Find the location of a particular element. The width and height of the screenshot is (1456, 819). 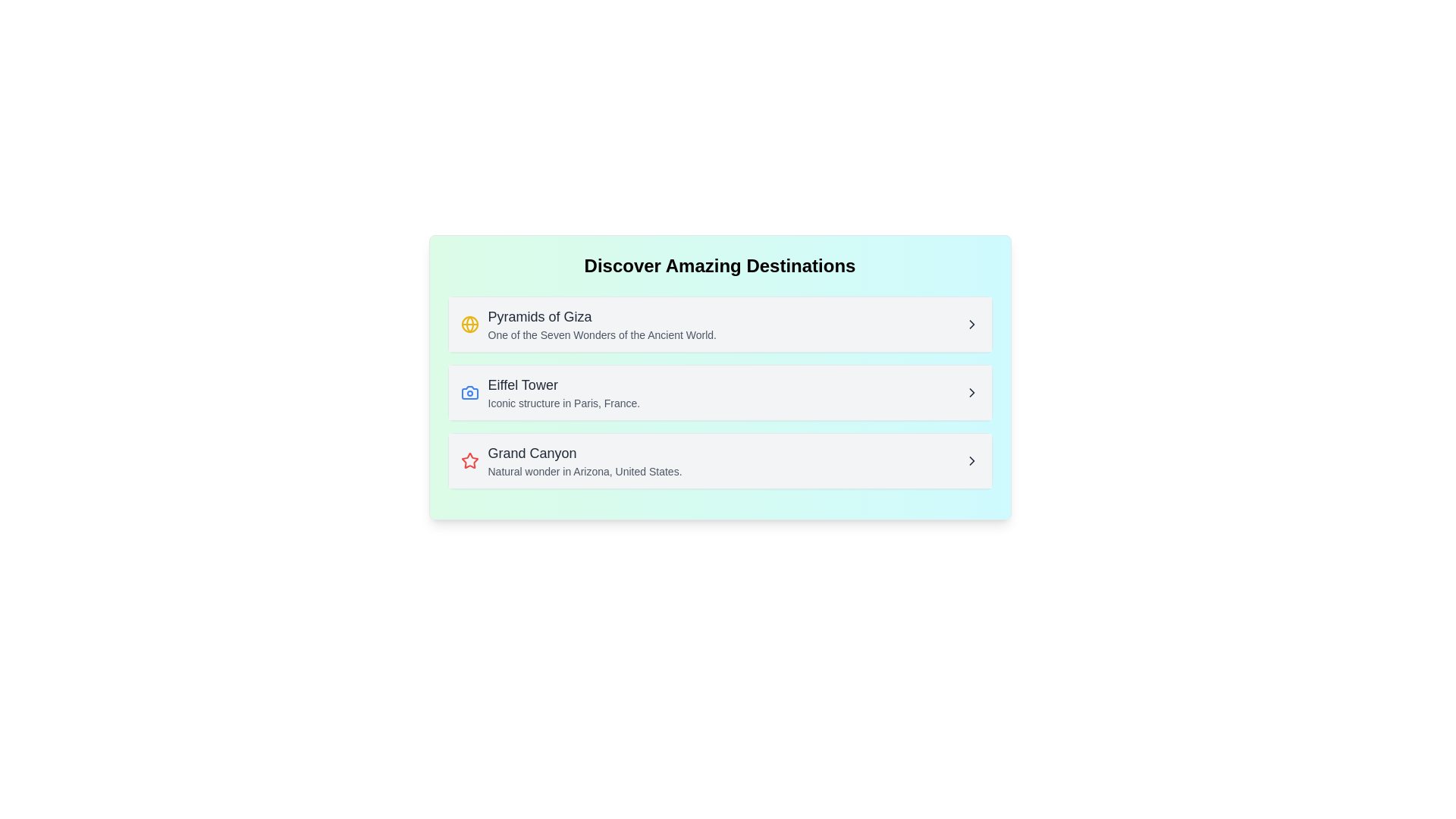

the 'Grand Canyon' list item located between the 'Eiffel Tower' and the next item in the 'Discover Amazing Destinations' section is located at coordinates (570, 460).